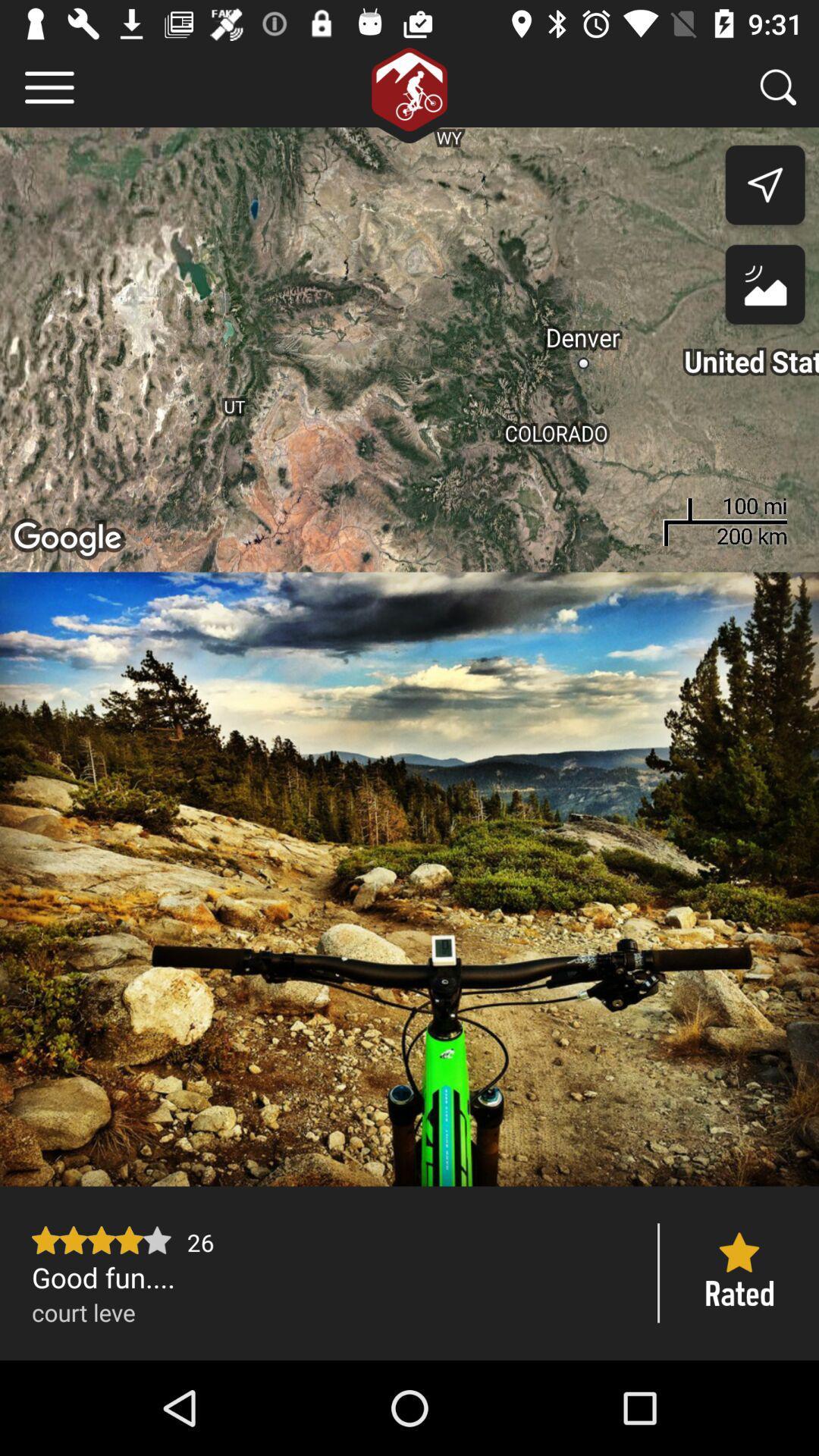 The height and width of the screenshot is (1456, 819). Describe the element at coordinates (329, 1276) in the screenshot. I see `the good fun.... item` at that location.